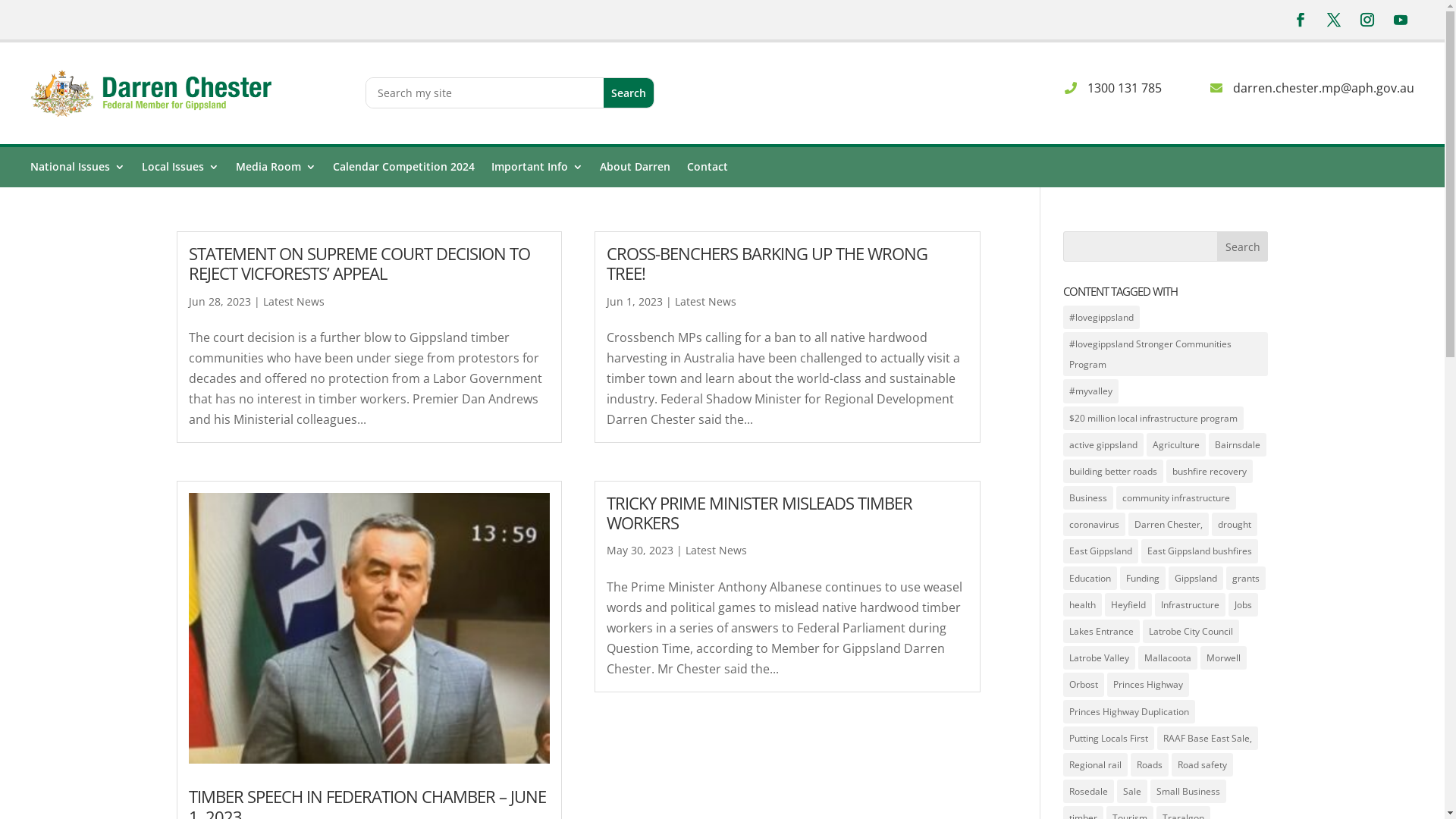  I want to click on 'Calendar Competition 2024', so click(403, 169).